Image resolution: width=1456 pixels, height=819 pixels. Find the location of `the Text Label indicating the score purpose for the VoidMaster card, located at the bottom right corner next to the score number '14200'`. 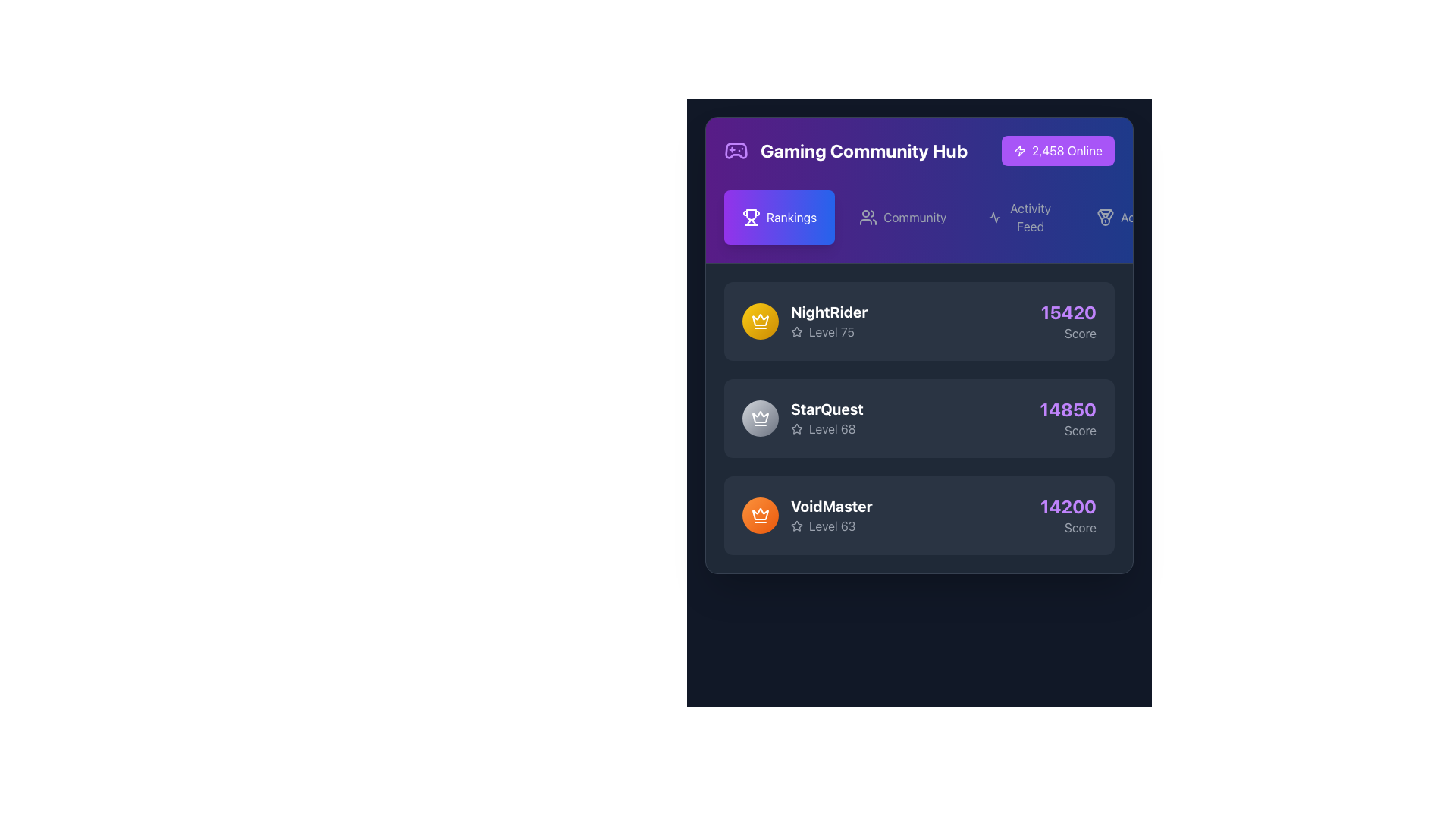

the Text Label indicating the score purpose for the VoidMaster card, located at the bottom right corner next to the score number '14200' is located at coordinates (1067, 526).